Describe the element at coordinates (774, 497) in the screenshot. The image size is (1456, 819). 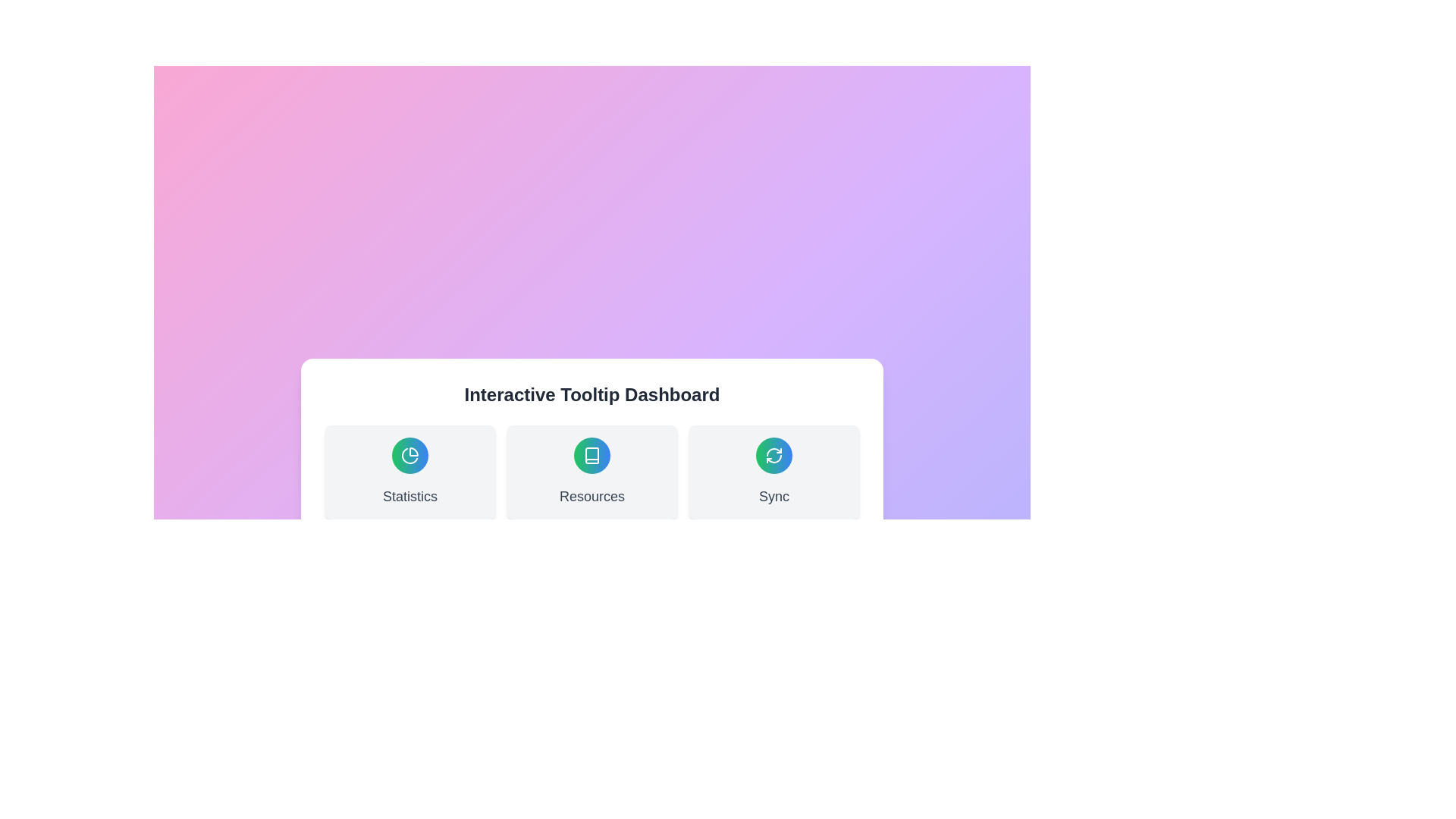
I see `the label that serves as a title for the synchronization feature within the card layout, positioned at the bottom section below an icon` at that location.